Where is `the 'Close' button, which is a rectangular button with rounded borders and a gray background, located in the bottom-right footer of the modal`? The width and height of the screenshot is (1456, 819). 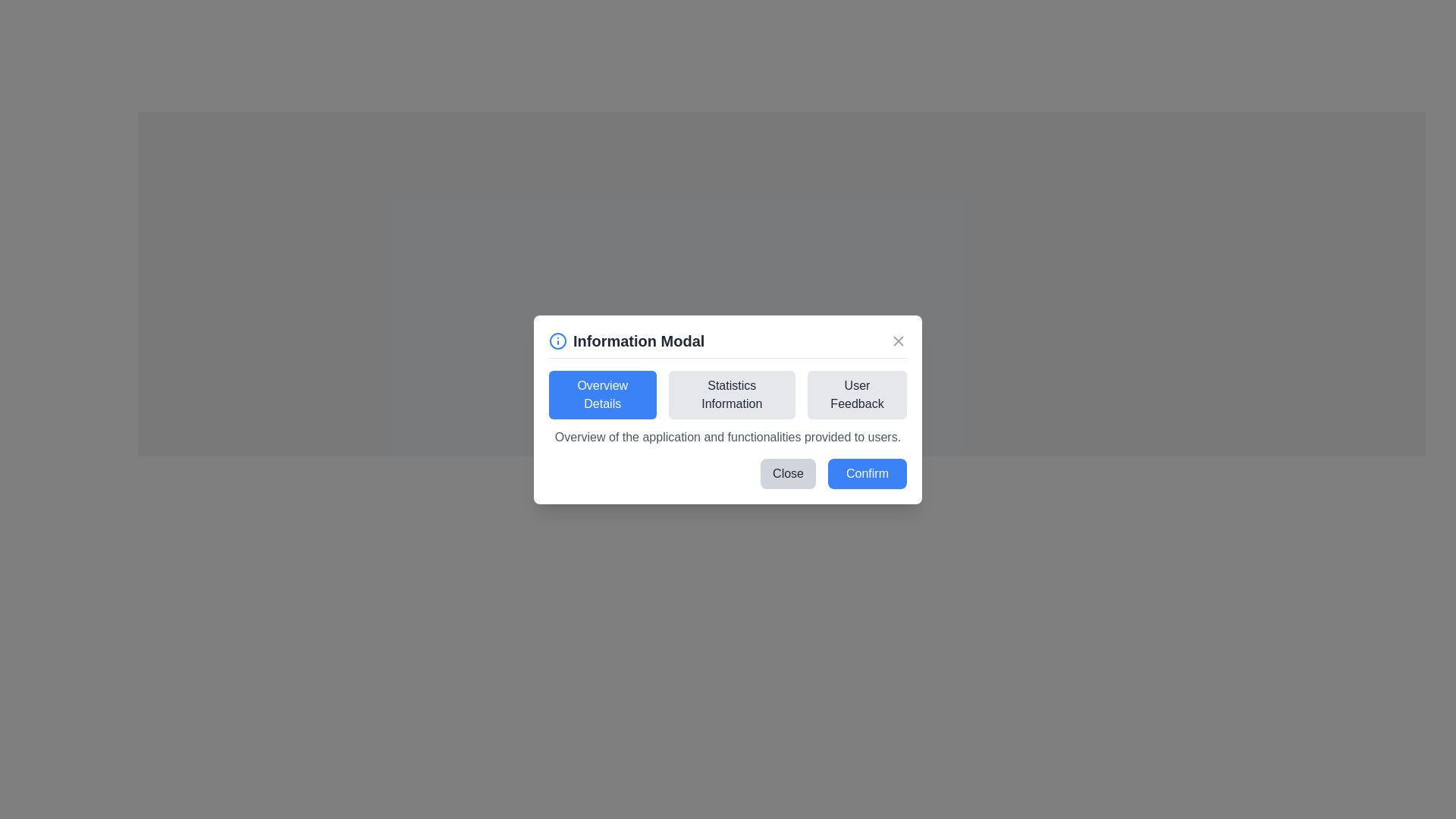
the 'Close' button, which is a rectangular button with rounded borders and a gray background, located in the bottom-right footer of the modal is located at coordinates (788, 472).